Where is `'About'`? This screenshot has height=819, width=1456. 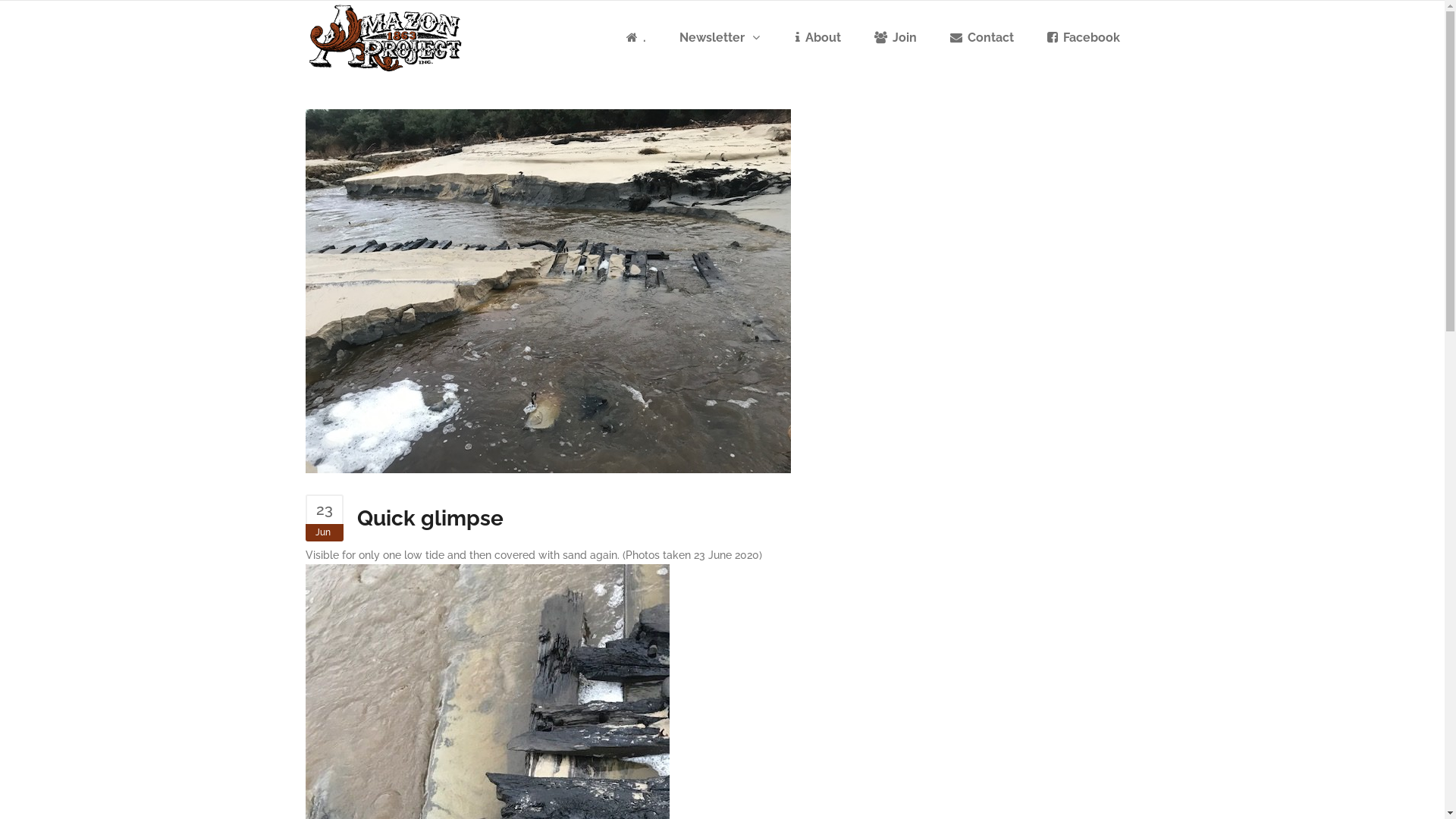
'About' is located at coordinates (817, 37).